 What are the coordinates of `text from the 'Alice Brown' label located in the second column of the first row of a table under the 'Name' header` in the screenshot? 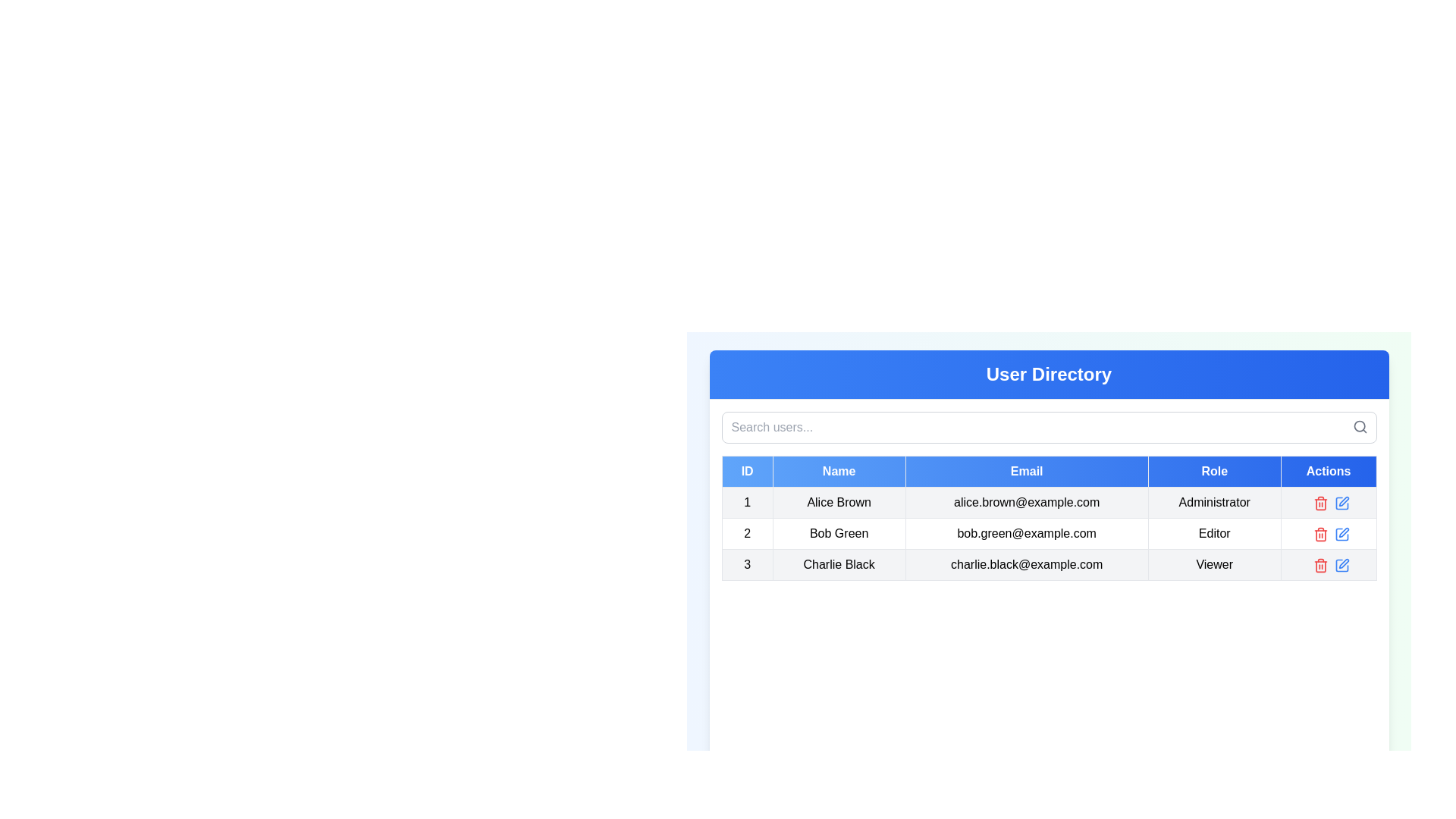 It's located at (838, 503).